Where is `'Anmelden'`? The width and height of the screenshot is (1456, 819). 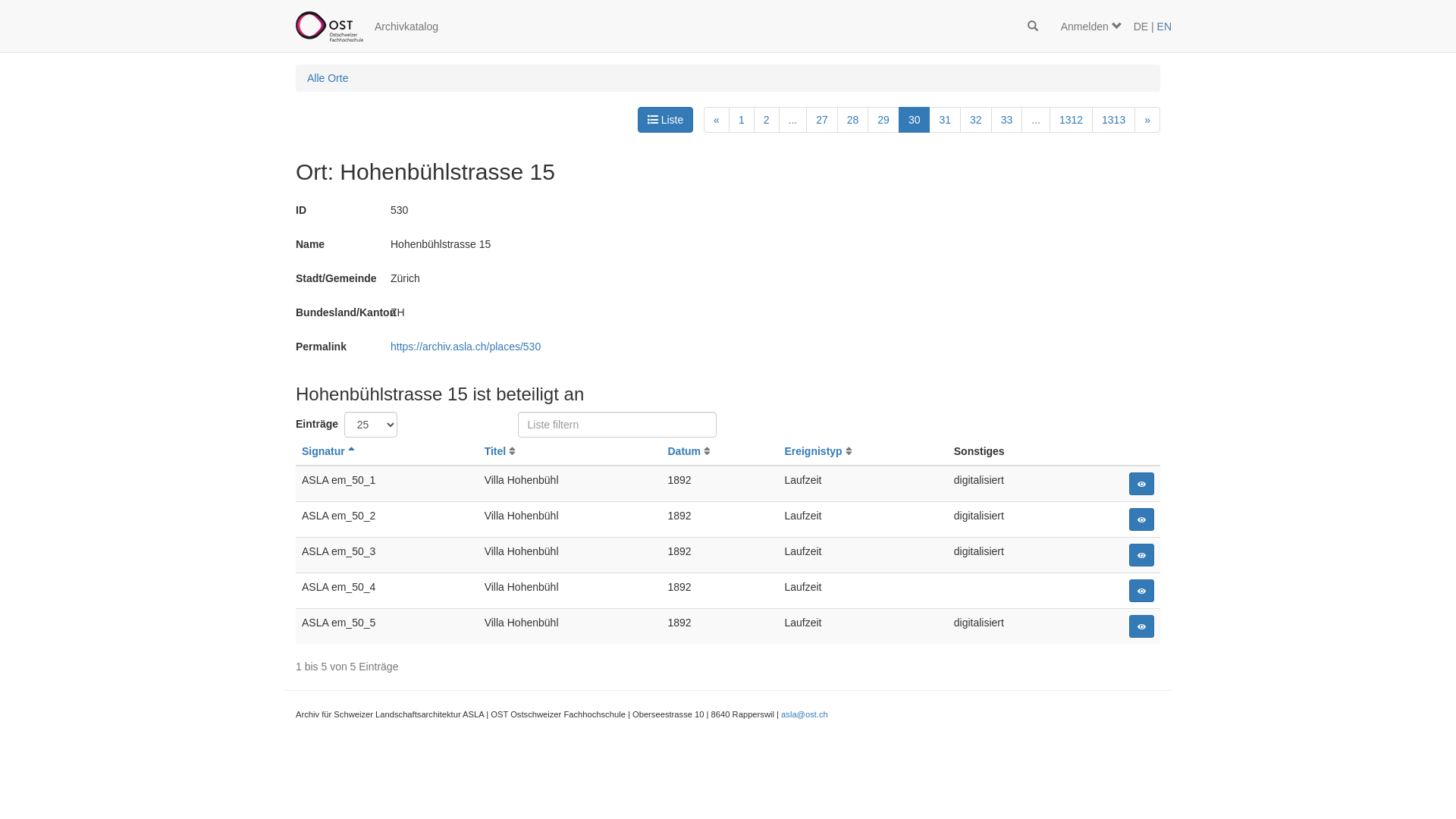
'Anmelden' is located at coordinates (1090, 26).